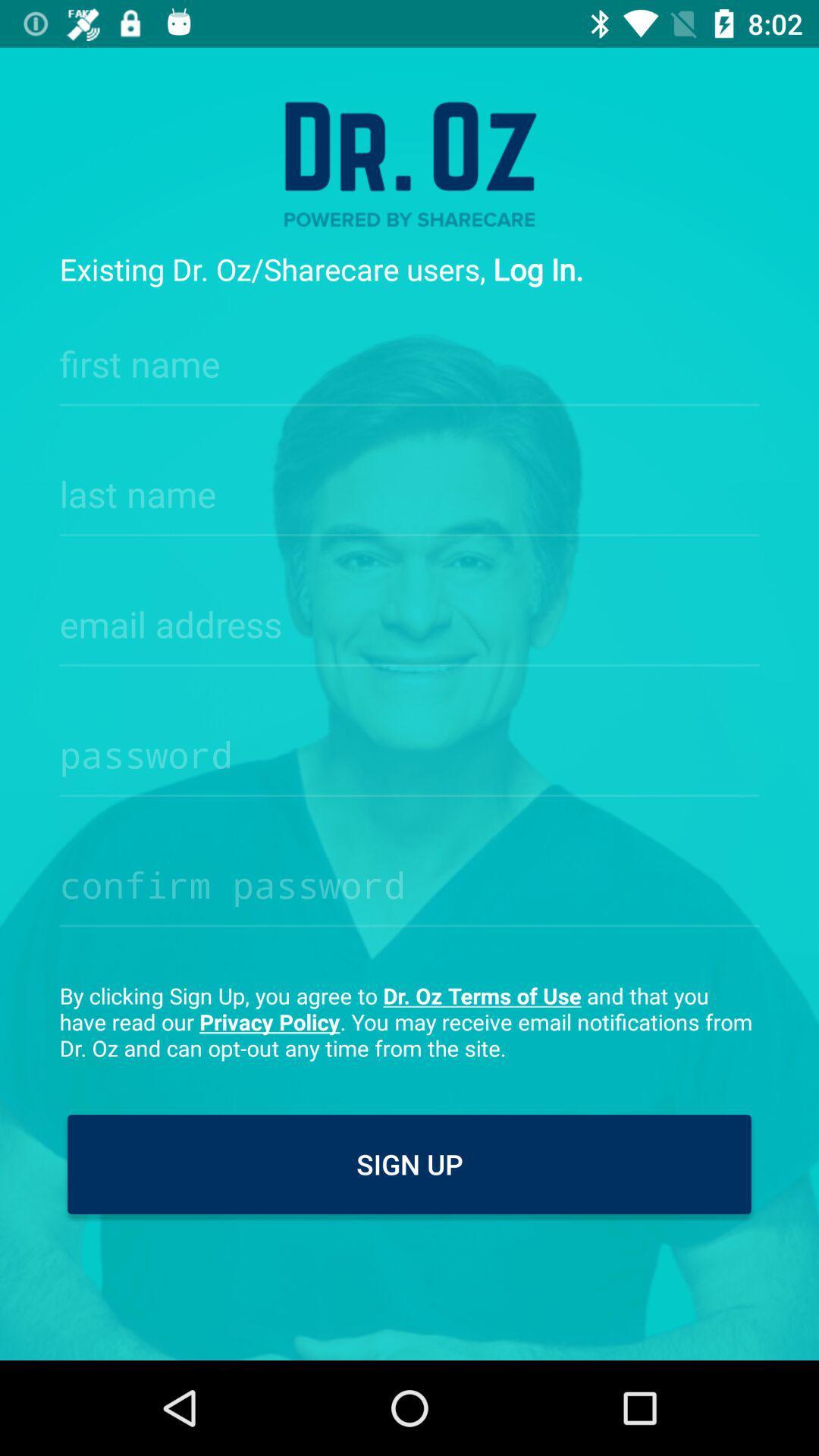  I want to click on the item above sign up, so click(409, 1021).